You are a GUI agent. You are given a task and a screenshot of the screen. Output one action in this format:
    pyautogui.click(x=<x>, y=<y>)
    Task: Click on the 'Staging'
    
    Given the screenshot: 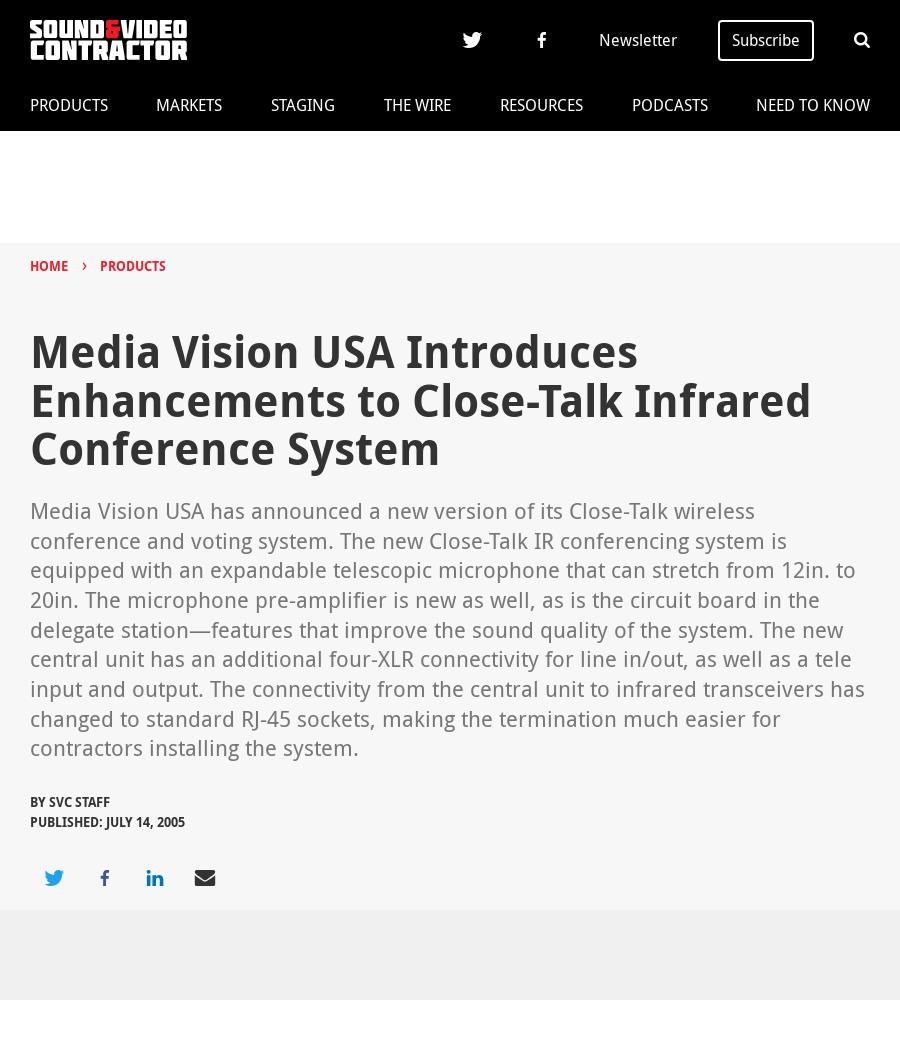 What is the action you would take?
    pyautogui.click(x=302, y=105)
    